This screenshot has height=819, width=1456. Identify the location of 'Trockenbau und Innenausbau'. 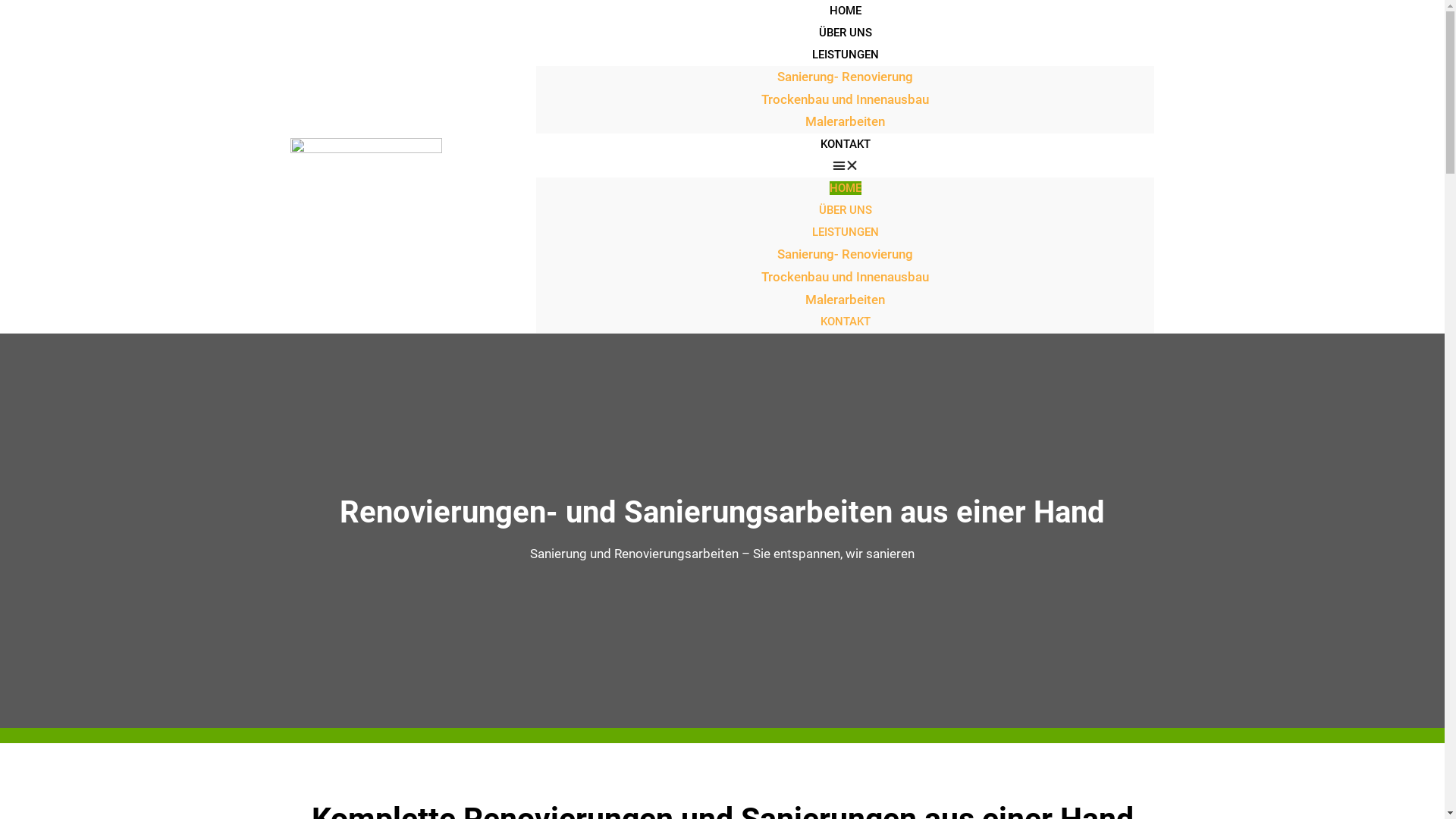
(844, 99).